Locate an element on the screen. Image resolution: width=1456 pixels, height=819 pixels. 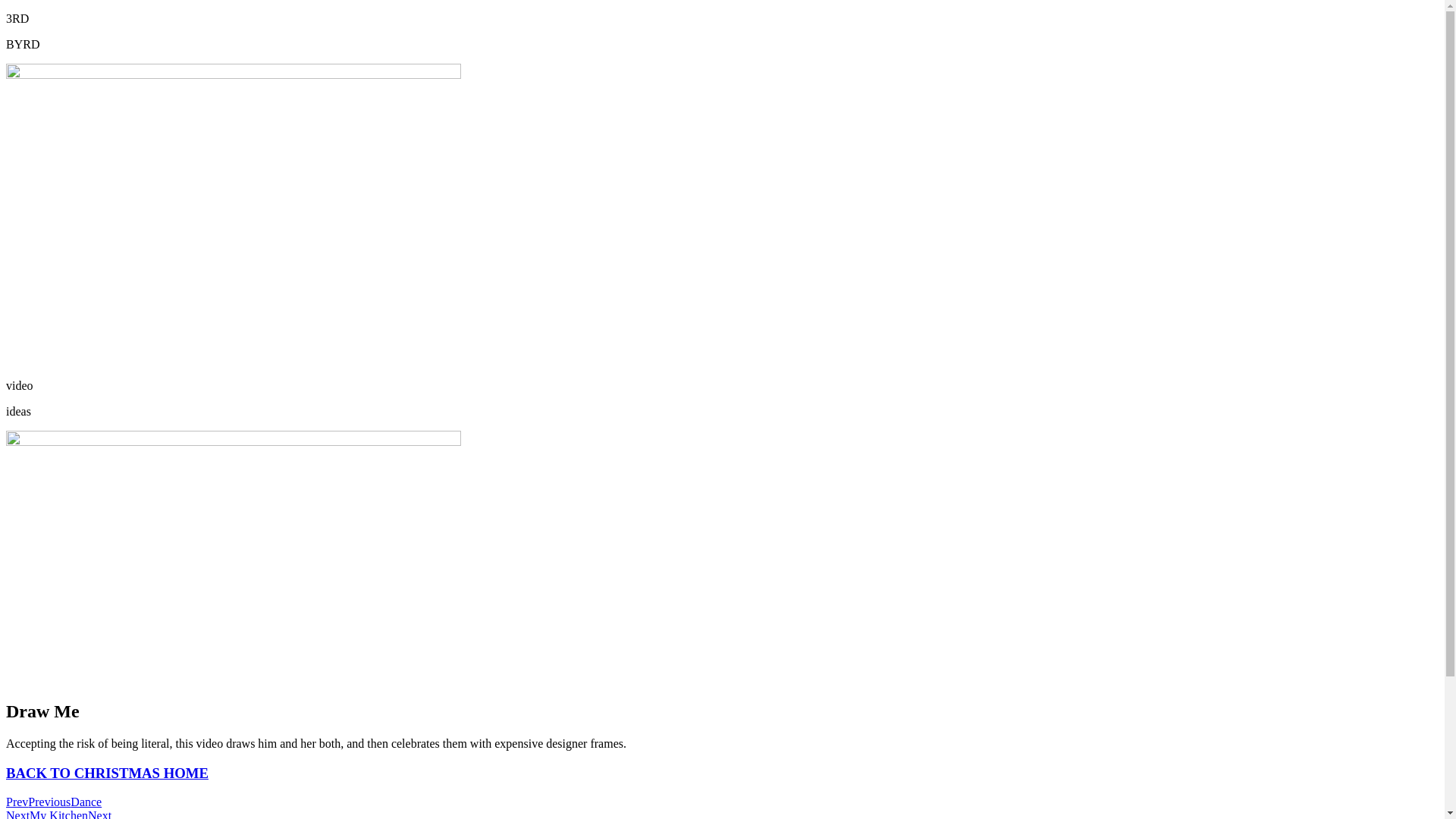
'PrevPreviousDance' is located at coordinates (54, 801).